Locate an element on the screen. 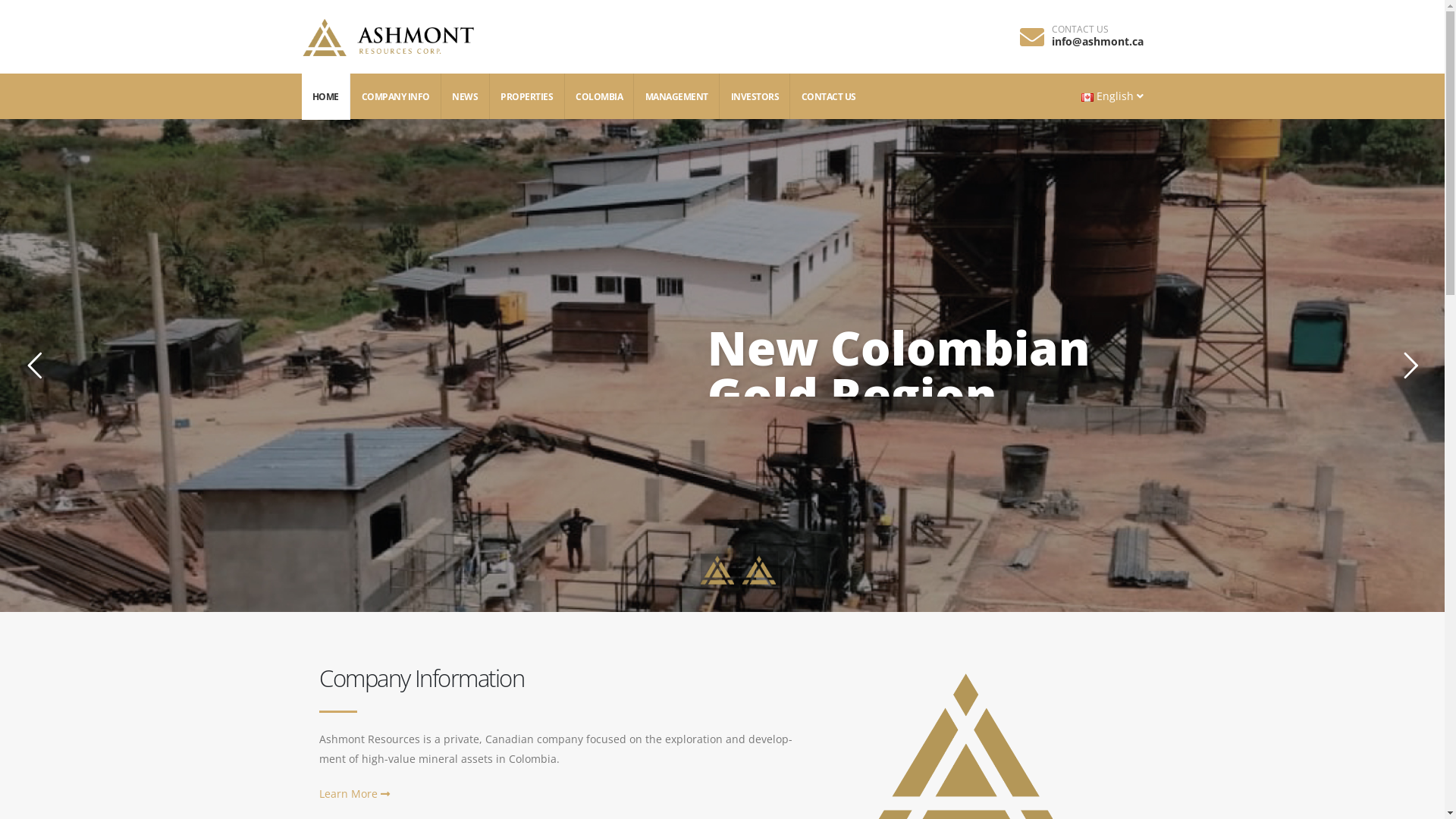 The height and width of the screenshot is (819, 1456). 'CONTACT US' is located at coordinates (827, 96).